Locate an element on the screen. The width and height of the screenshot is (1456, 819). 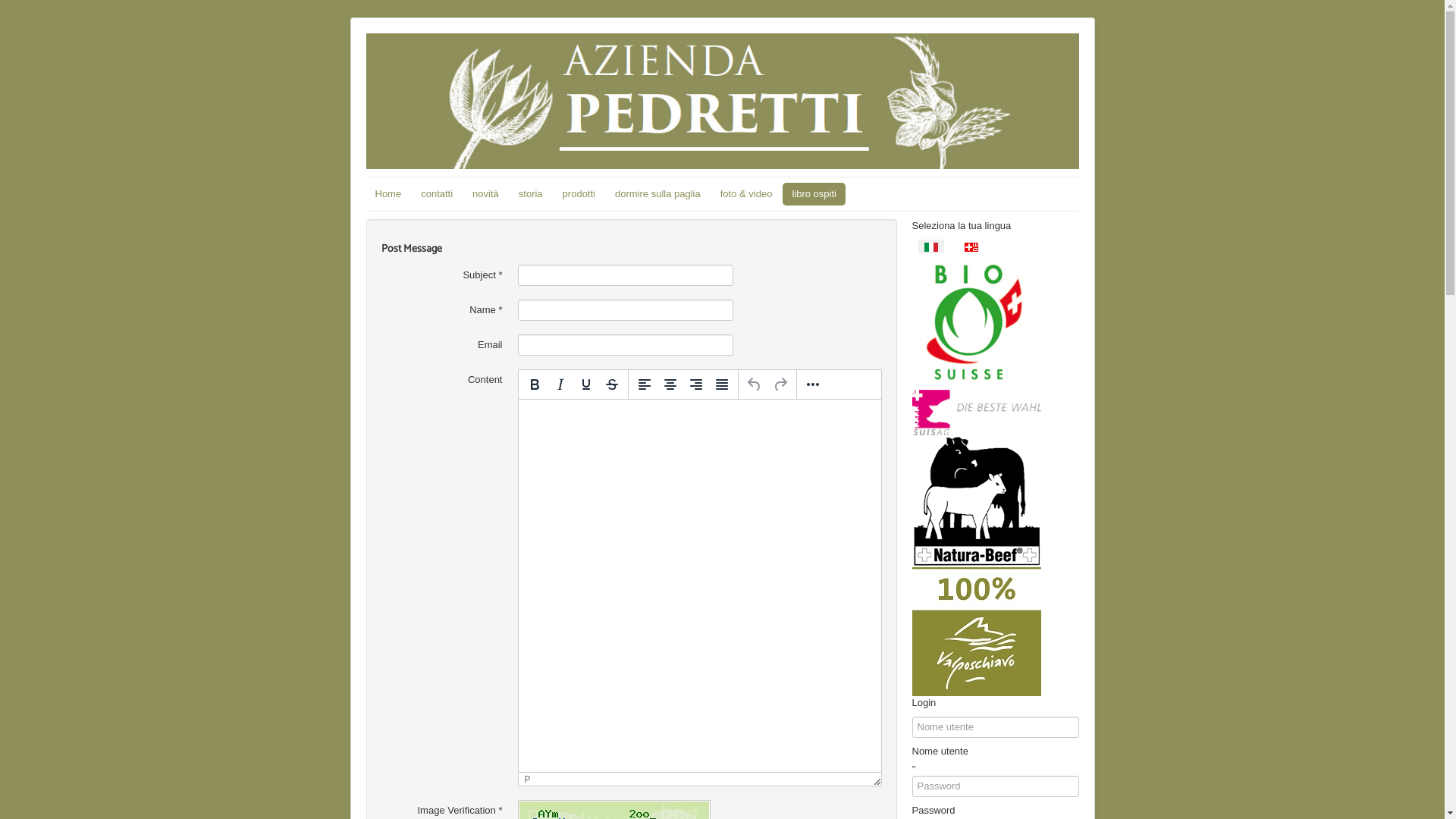
'Sottolineato' is located at coordinates (572, 383).